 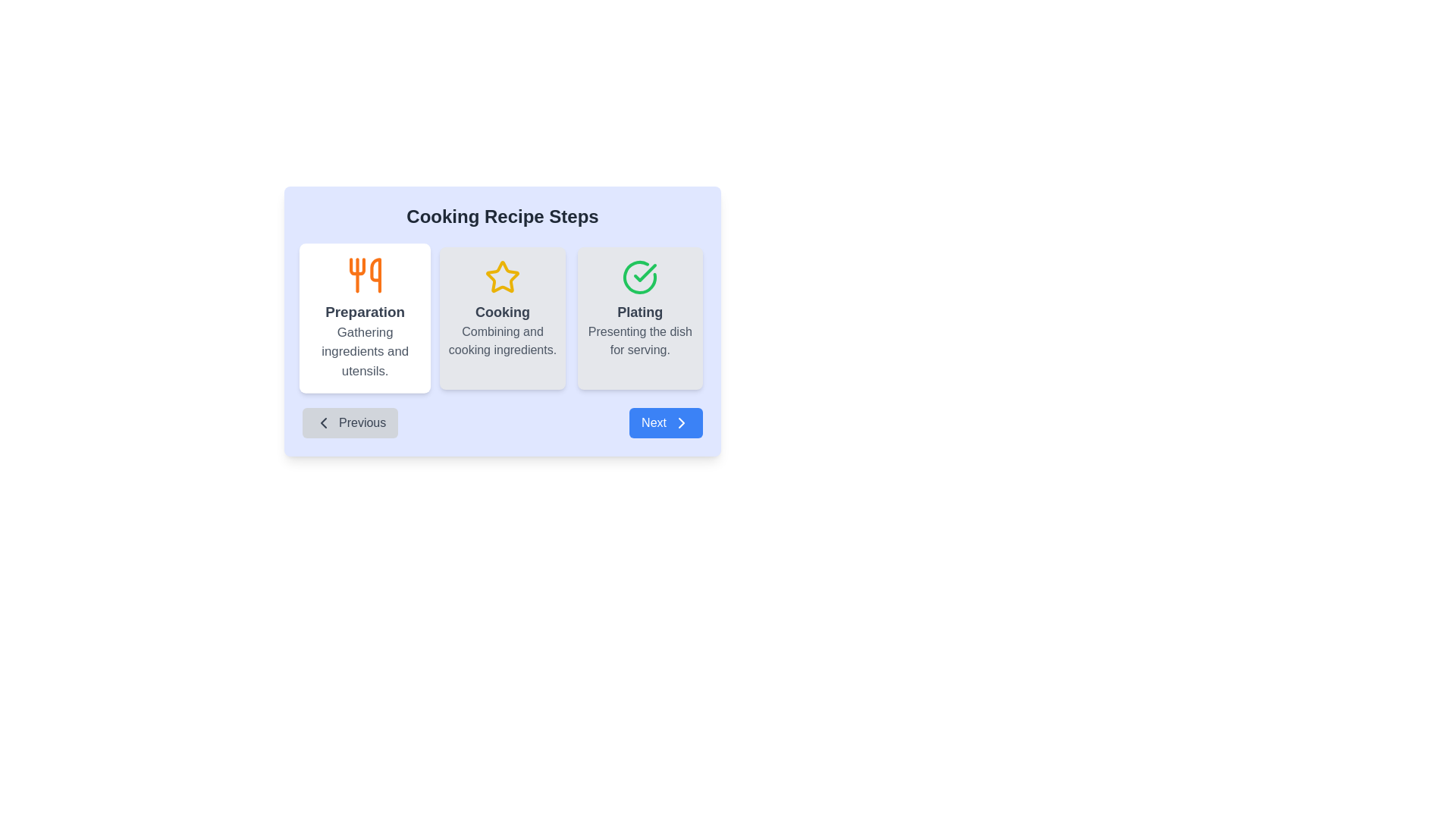 What do you see at coordinates (365, 318) in the screenshot?
I see `information provided on the 'Preparation' informational card, which is the first card in the cooking recipe sequence located in the left column above the 'Previous' navigation button` at bounding box center [365, 318].